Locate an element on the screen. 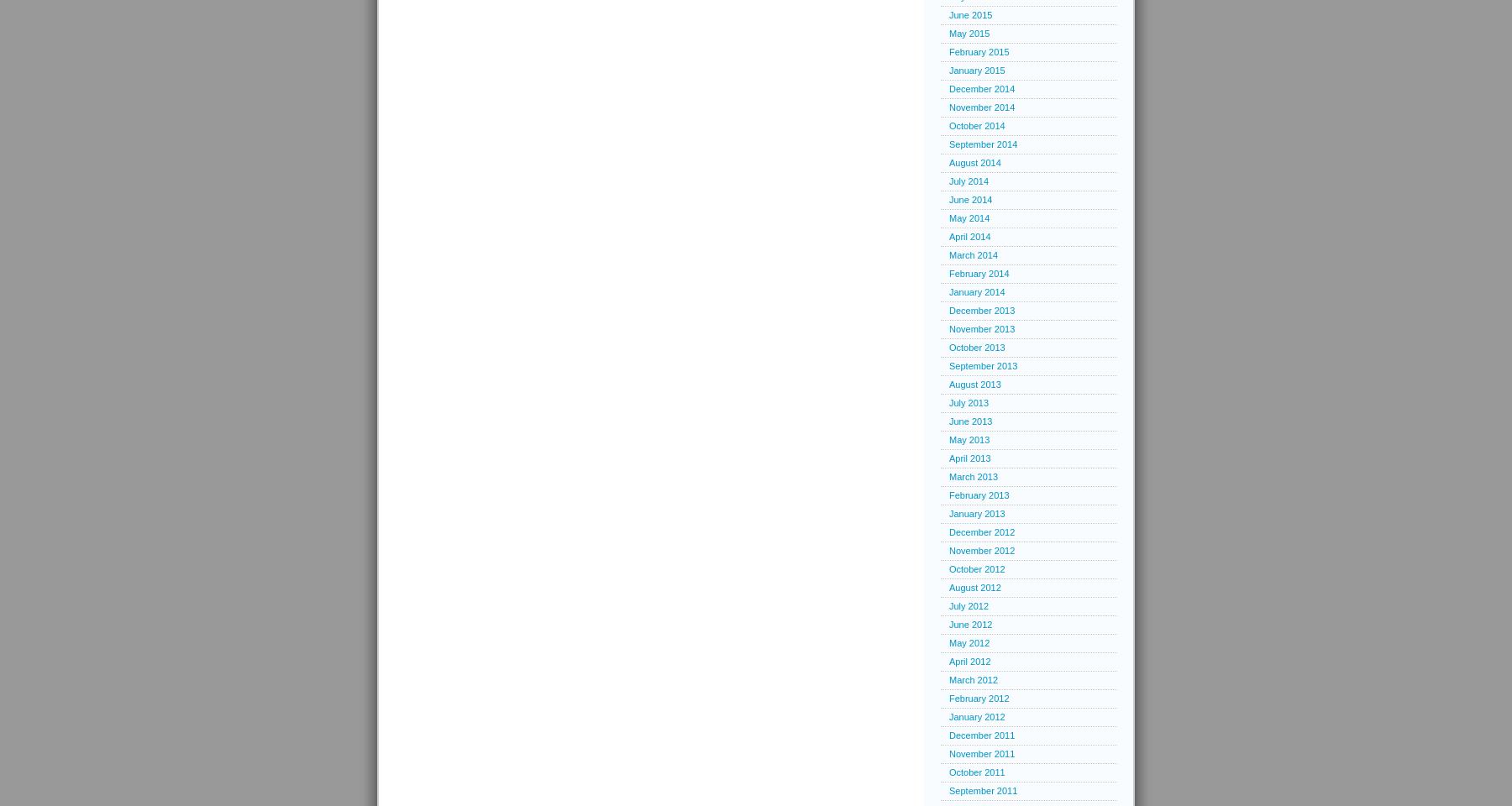 The image size is (1512, 806). 'October 2014' is located at coordinates (975, 124).